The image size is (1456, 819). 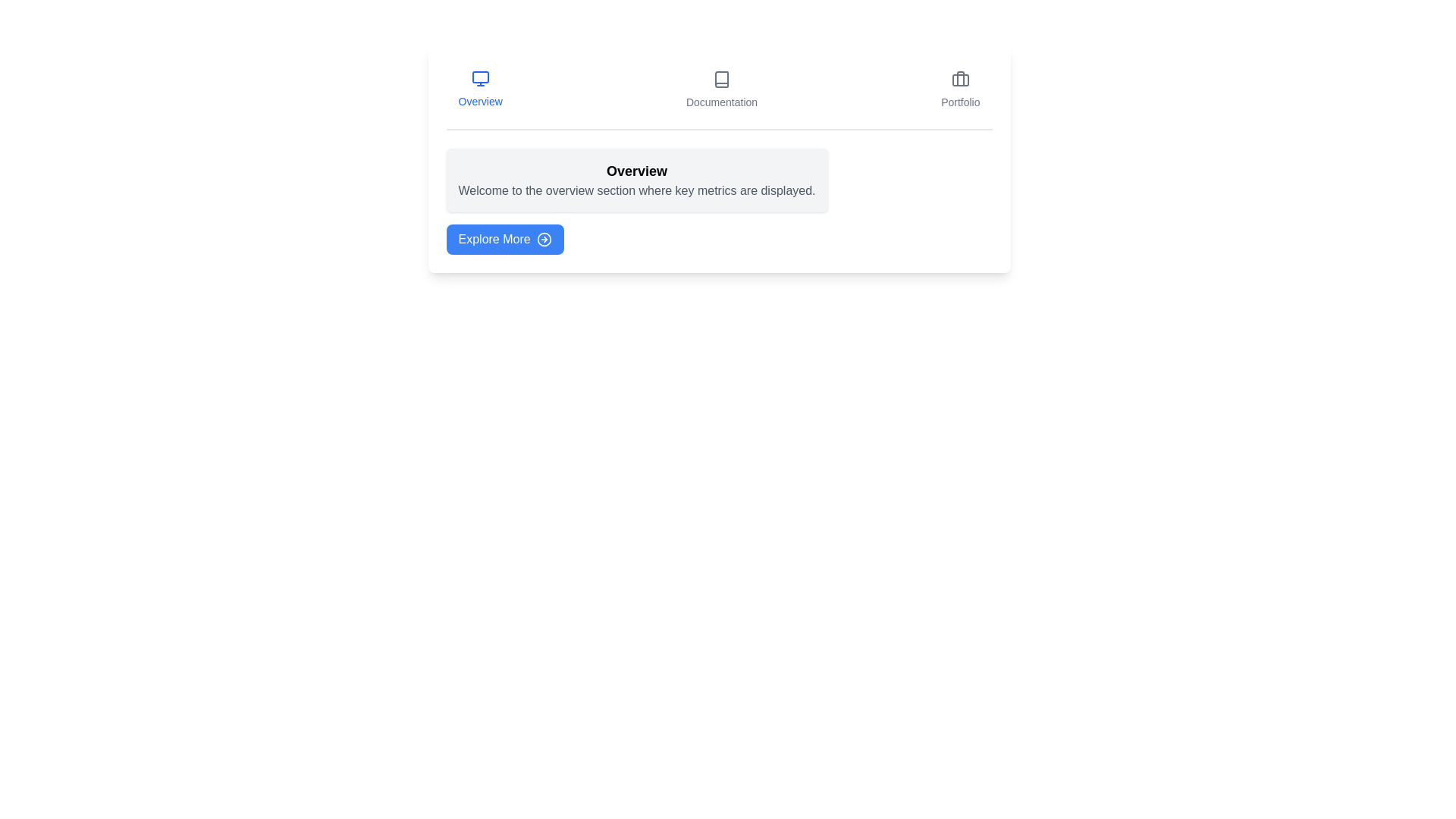 I want to click on the tab labeled Overview to preview its interactive effect, so click(x=479, y=90).